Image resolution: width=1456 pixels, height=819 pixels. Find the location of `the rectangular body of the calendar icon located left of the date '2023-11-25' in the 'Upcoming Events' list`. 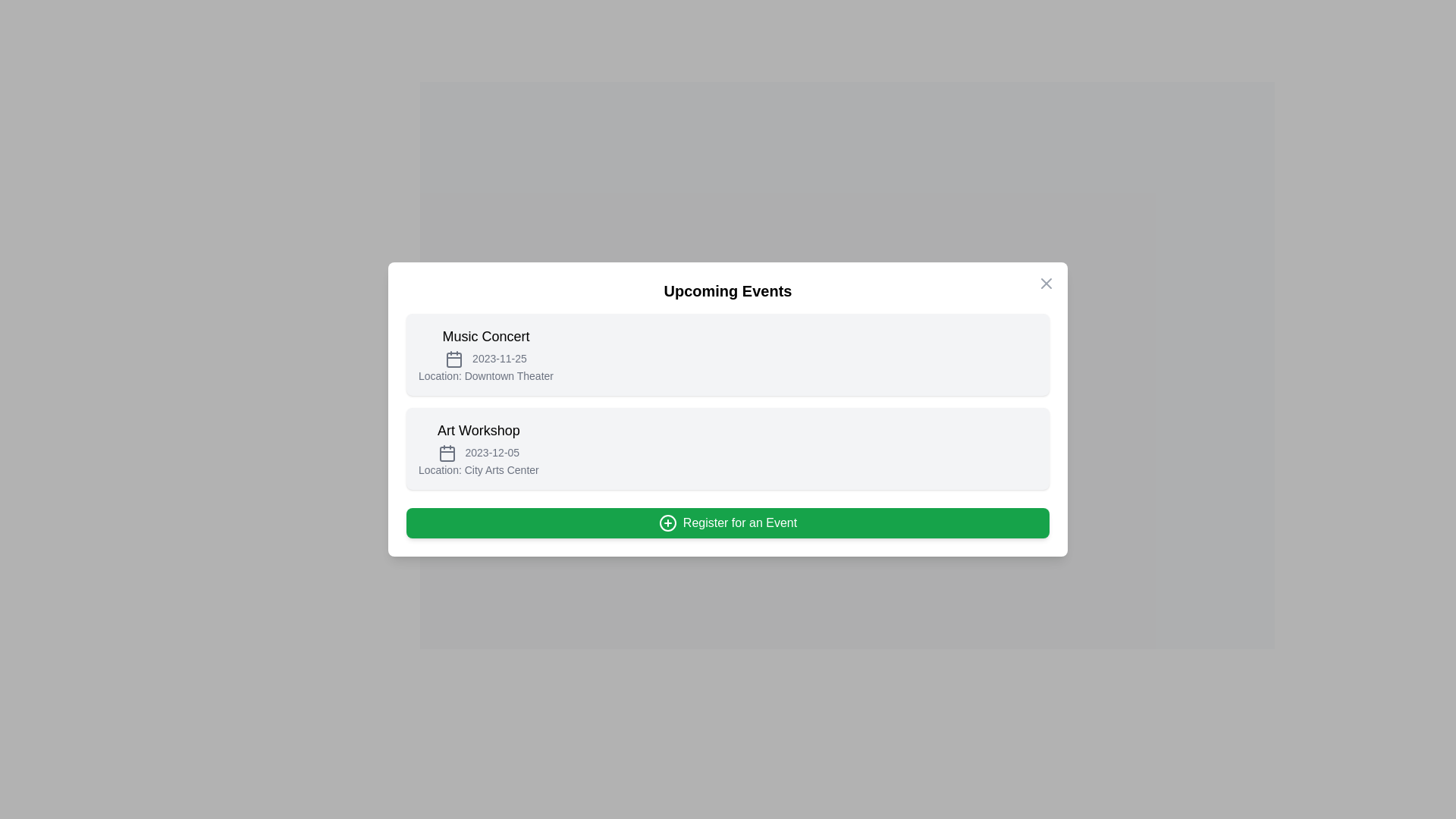

the rectangular body of the calendar icon located left of the date '2023-11-25' in the 'Upcoming Events' list is located at coordinates (453, 359).